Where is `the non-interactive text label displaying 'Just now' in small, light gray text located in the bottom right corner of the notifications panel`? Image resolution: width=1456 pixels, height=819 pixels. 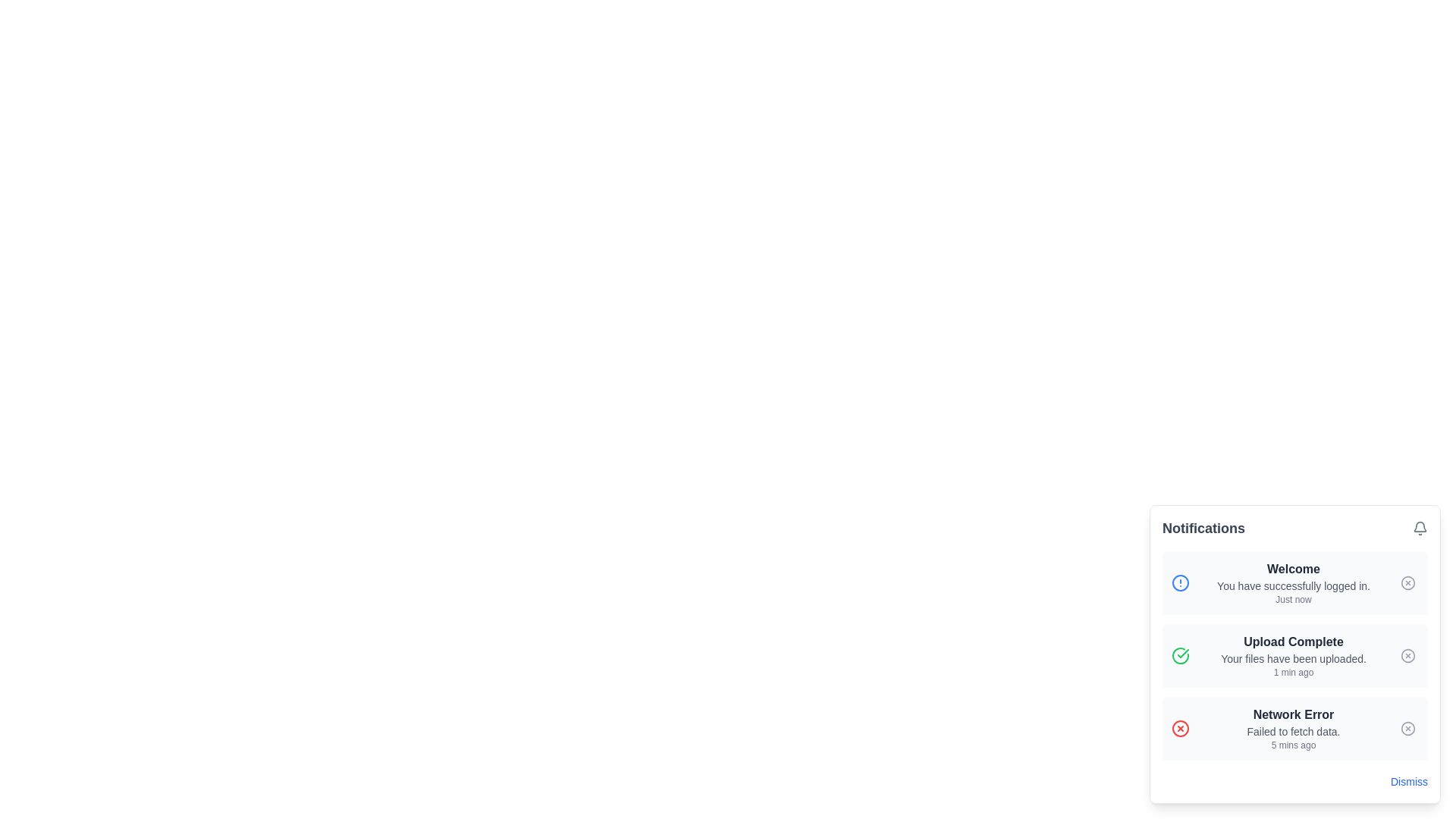 the non-interactive text label displaying 'Just now' in small, light gray text located in the bottom right corner of the notifications panel is located at coordinates (1292, 598).